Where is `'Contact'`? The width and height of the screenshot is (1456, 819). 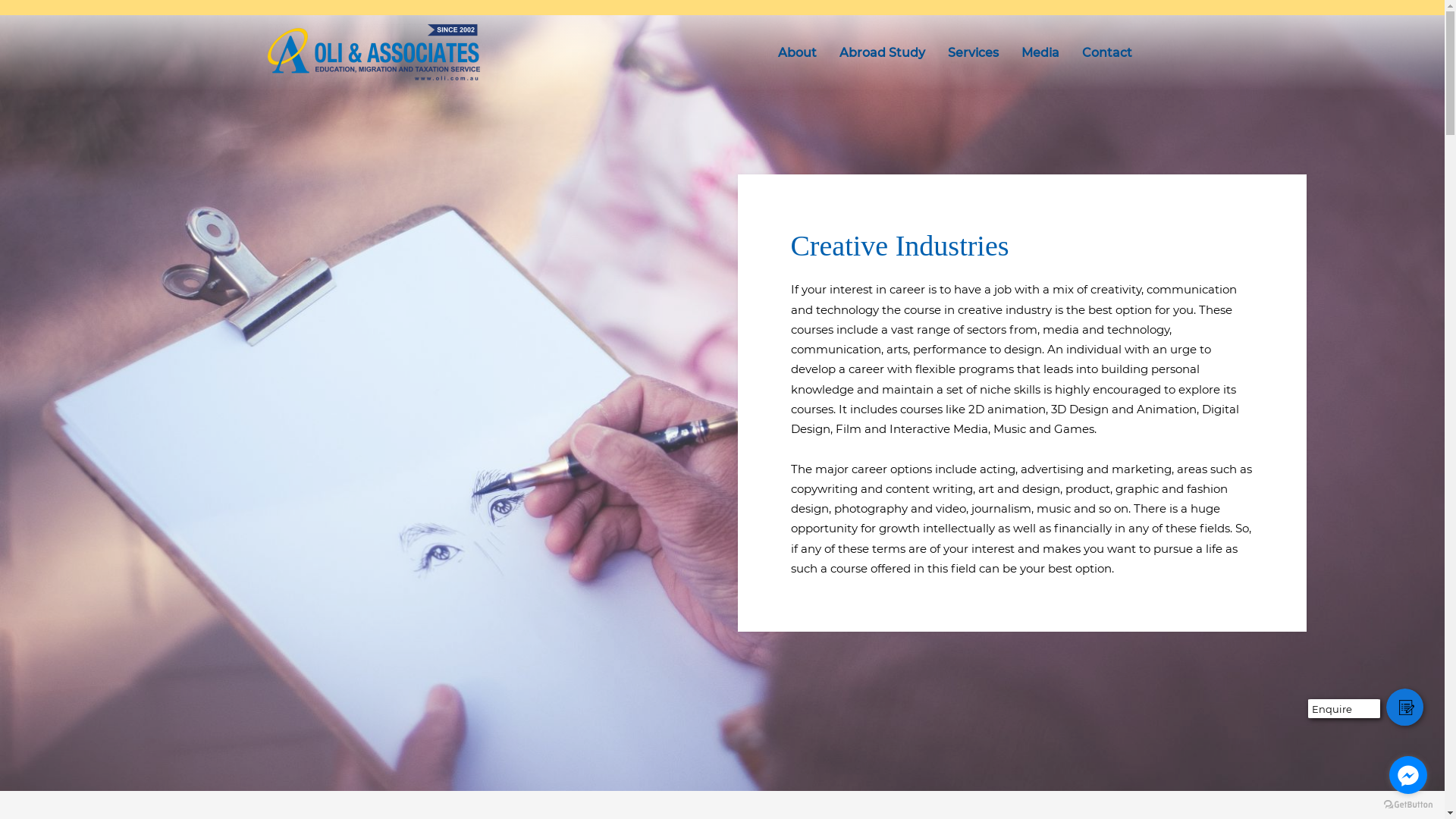 'Contact' is located at coordinates (1106, 52).